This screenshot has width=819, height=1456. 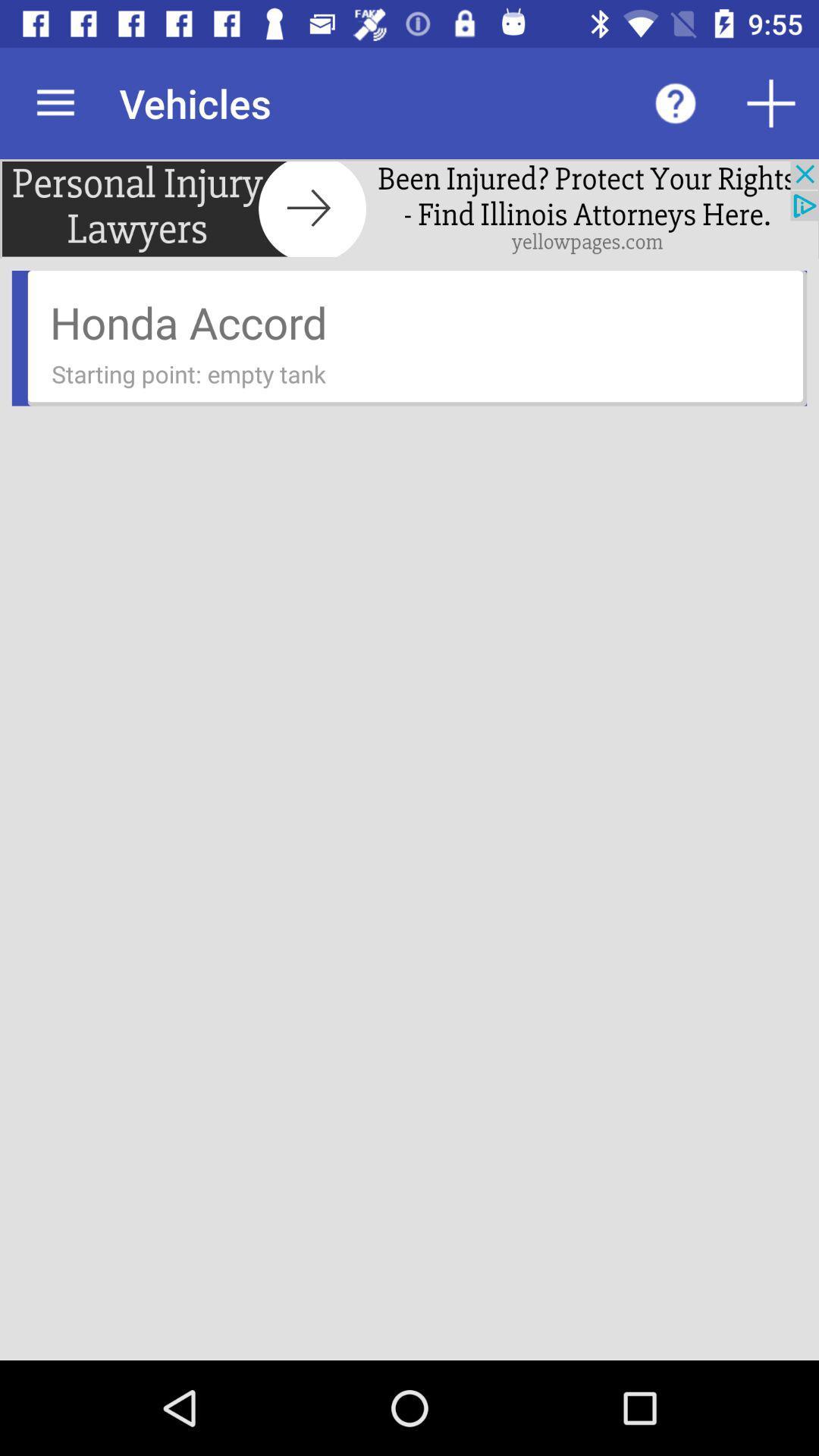 I want to click on vehicle button, so click(x=771, y=102).